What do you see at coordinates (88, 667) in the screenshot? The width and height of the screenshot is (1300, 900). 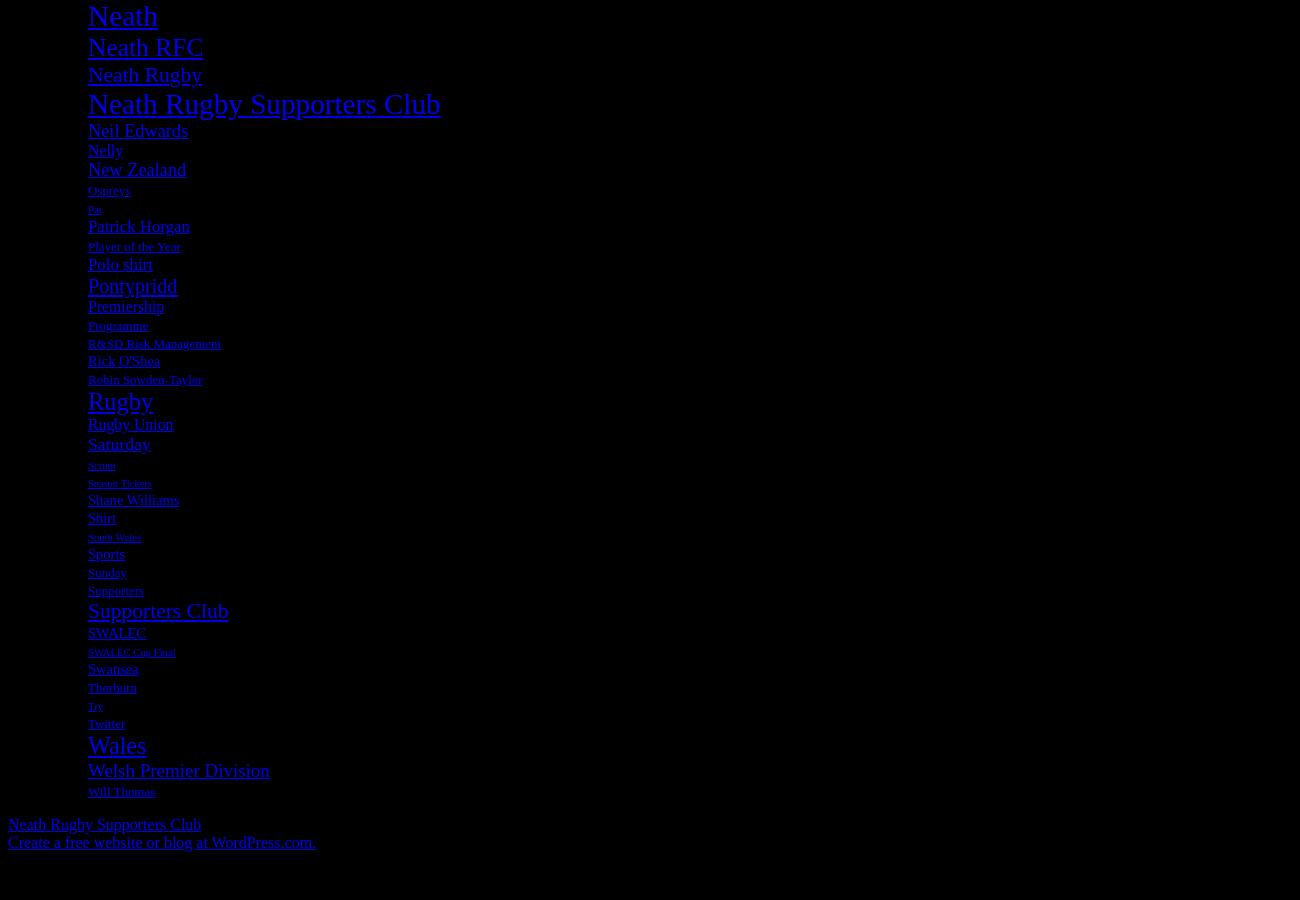 I see `'Swansea'` at bounding box center [88, 667].